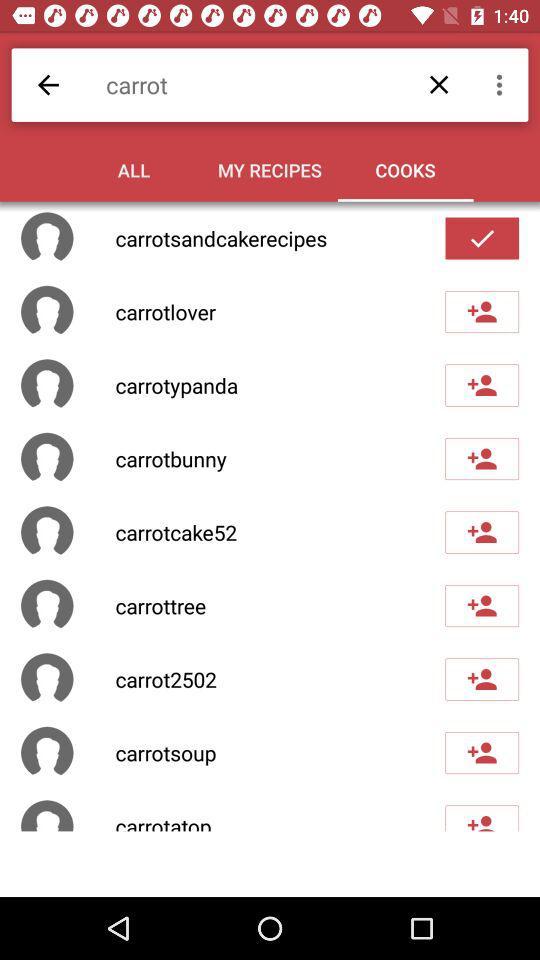  What do you see at coordinates (481, 604) in the screenshot?
I see `to followed` at bounding box center [481, 604].